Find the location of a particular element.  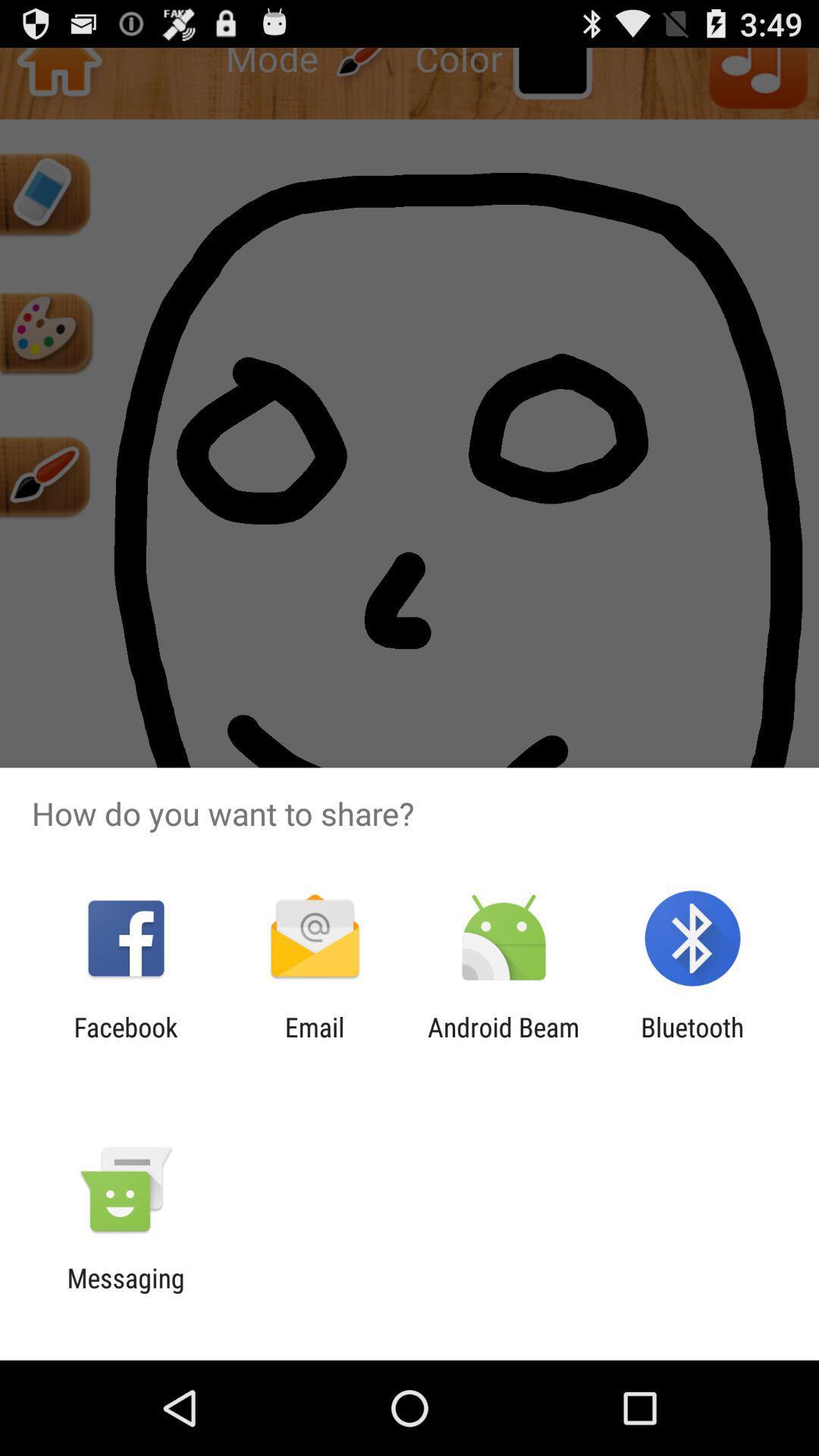

the item next to the facebook is located at coordinates (314, 1042).